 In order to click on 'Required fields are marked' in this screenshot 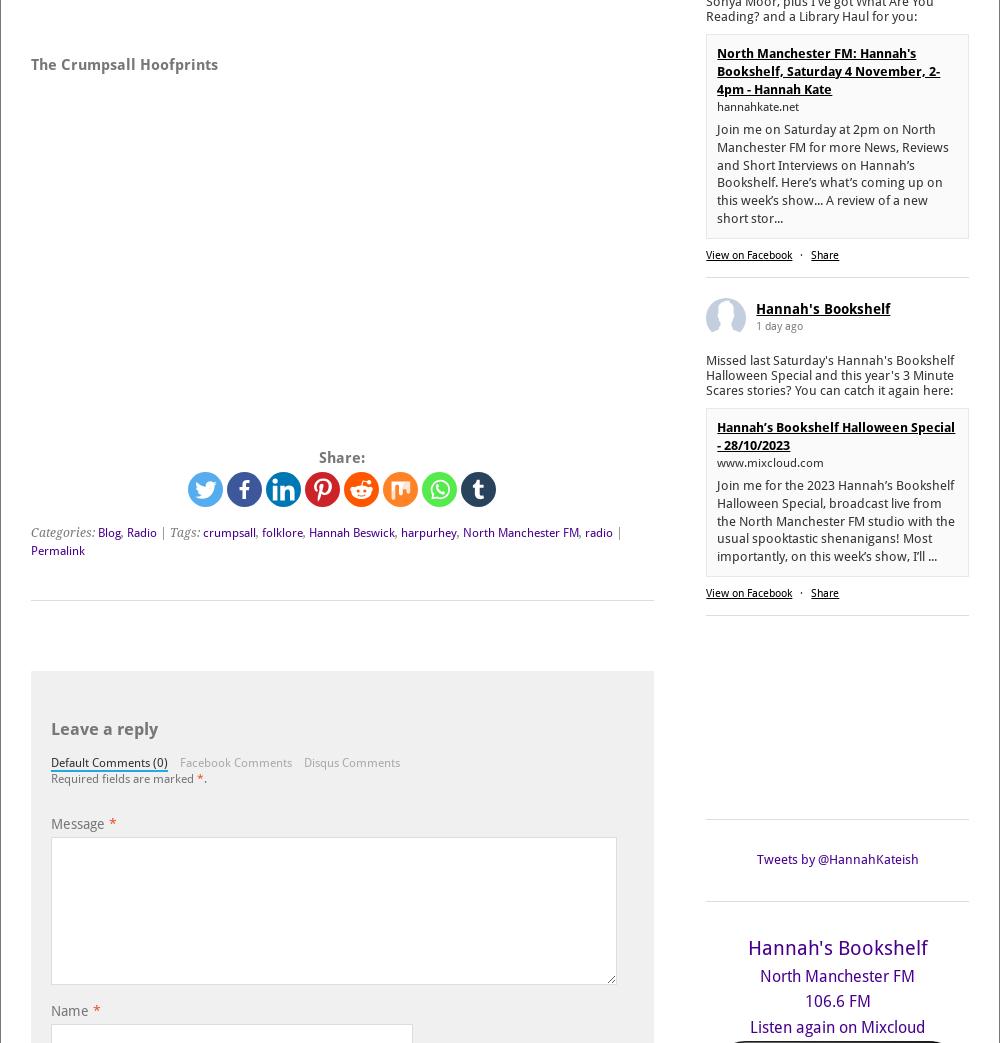, I will do `click(123, 778)`.